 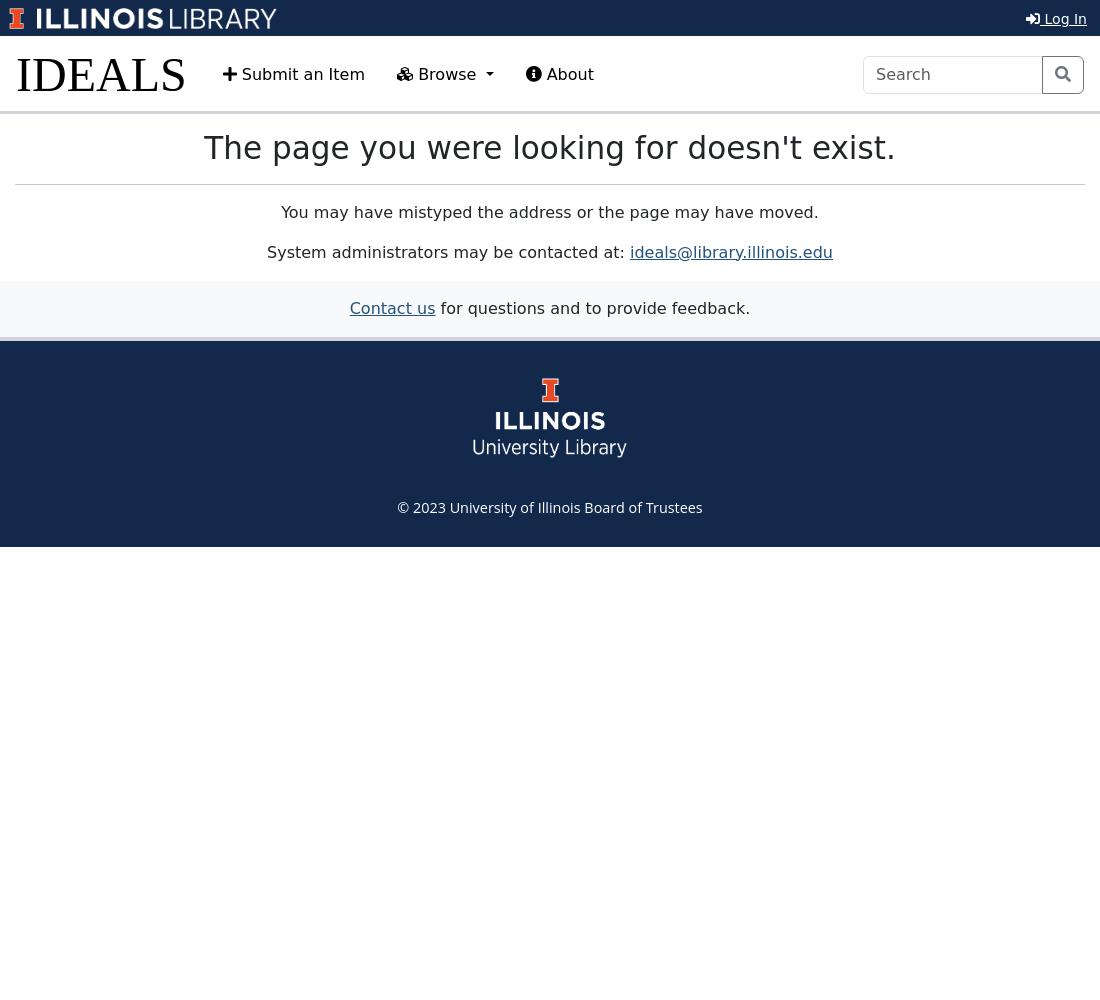 What do you see at coordinates (549, 506) in the screenshot?
I see `'© 2023 University of Illinois Board of Trustees'` at bounding box center [549, 506].